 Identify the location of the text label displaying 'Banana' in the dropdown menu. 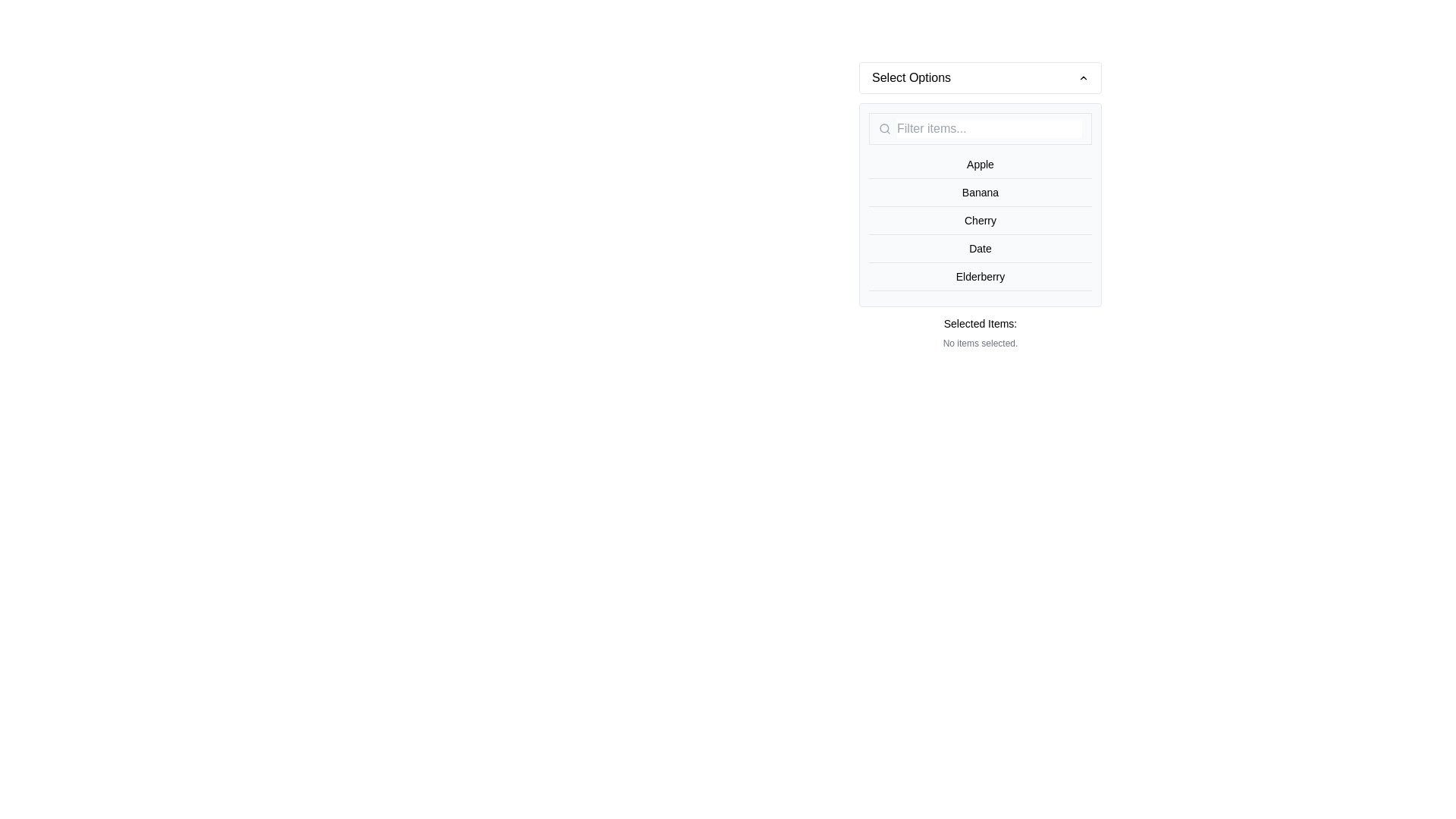
(980, 192).